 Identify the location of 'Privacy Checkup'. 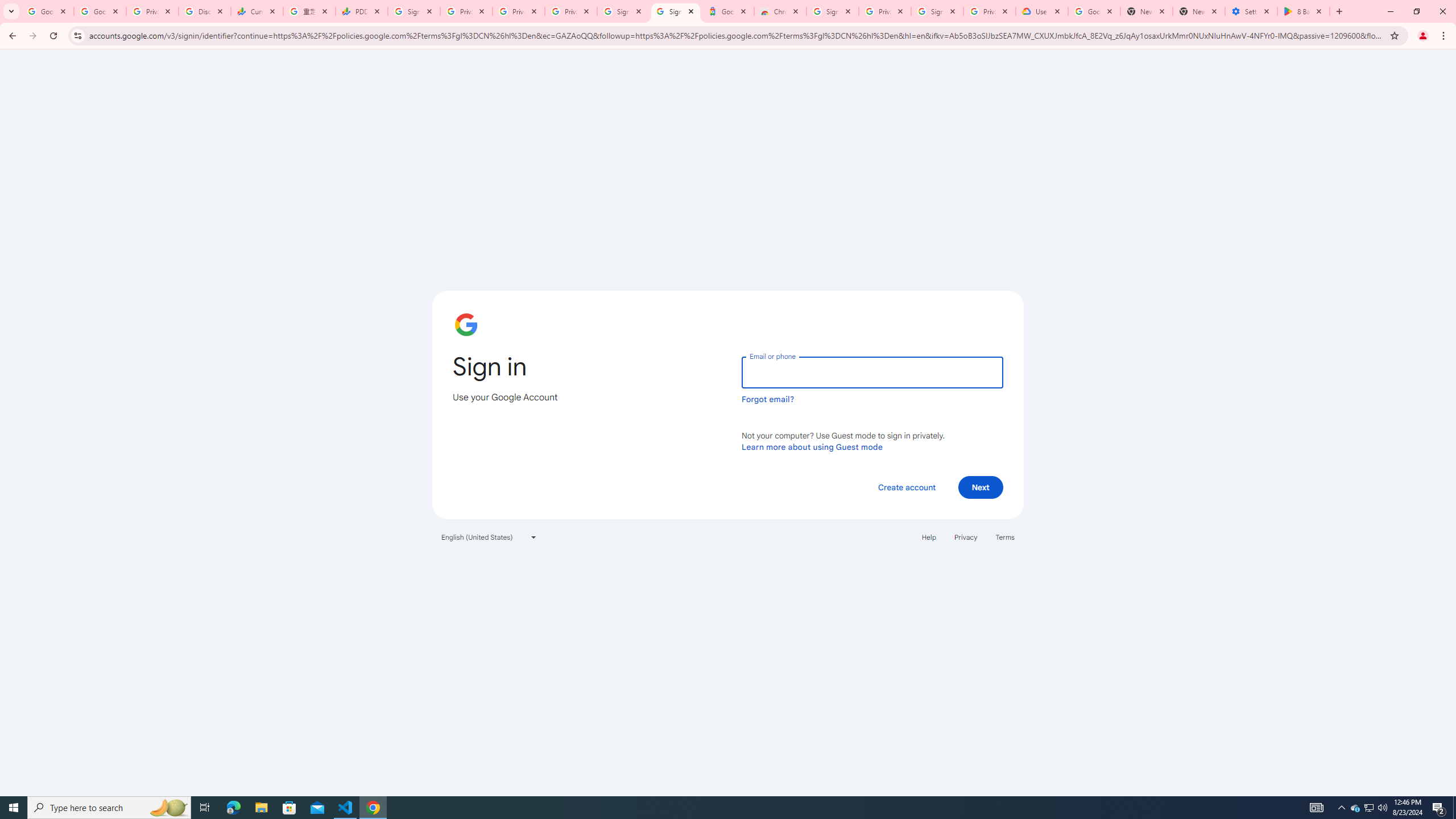
(519, 11).